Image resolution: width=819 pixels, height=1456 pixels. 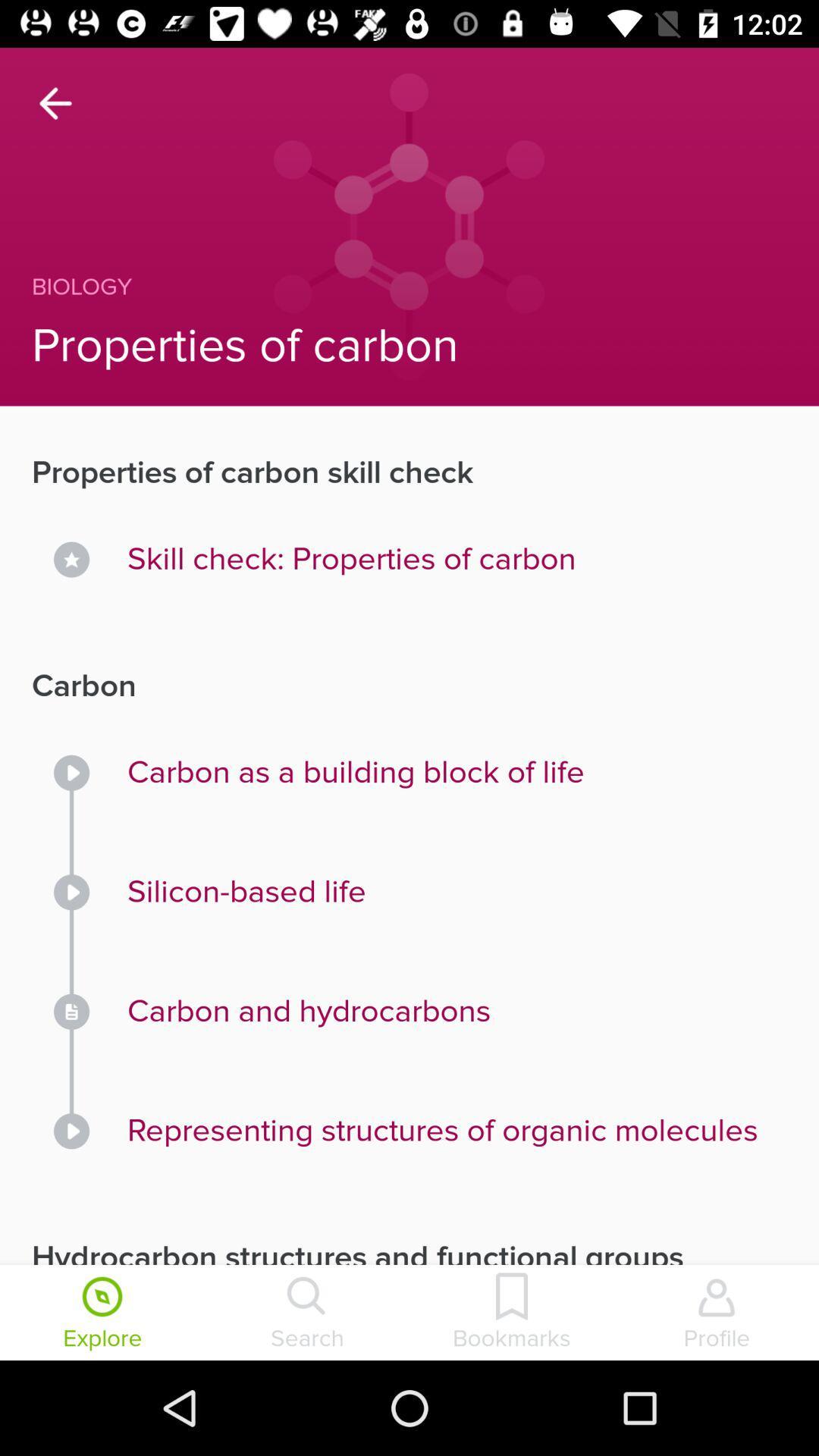 I want to click on icon below the hydrocarbon structures and icon, so click(x=717, y=1313).